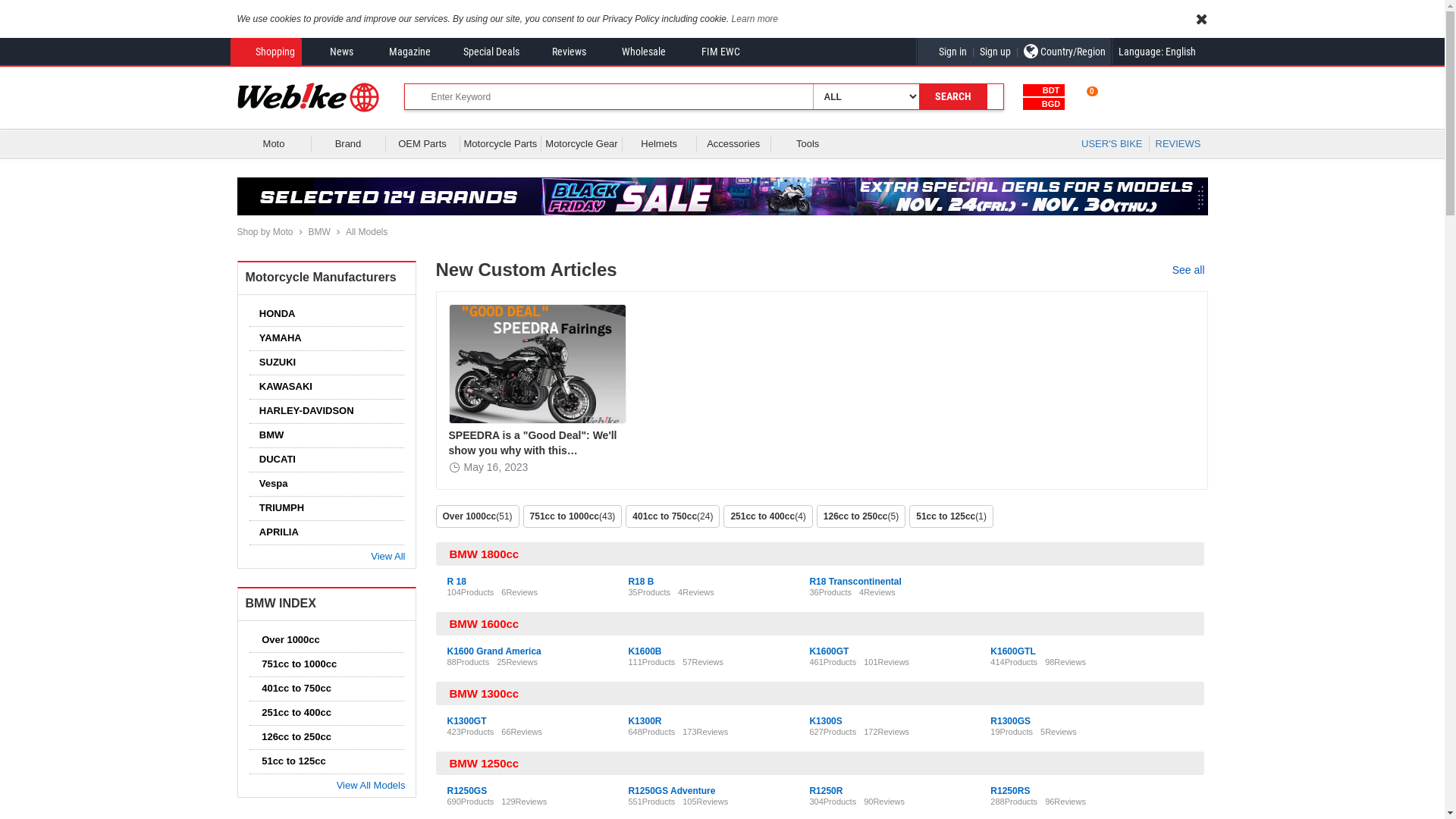 The width and height of the screenshot is (1456, 819). I want to click on 'R18 Transcontinental', so click(855, 581).